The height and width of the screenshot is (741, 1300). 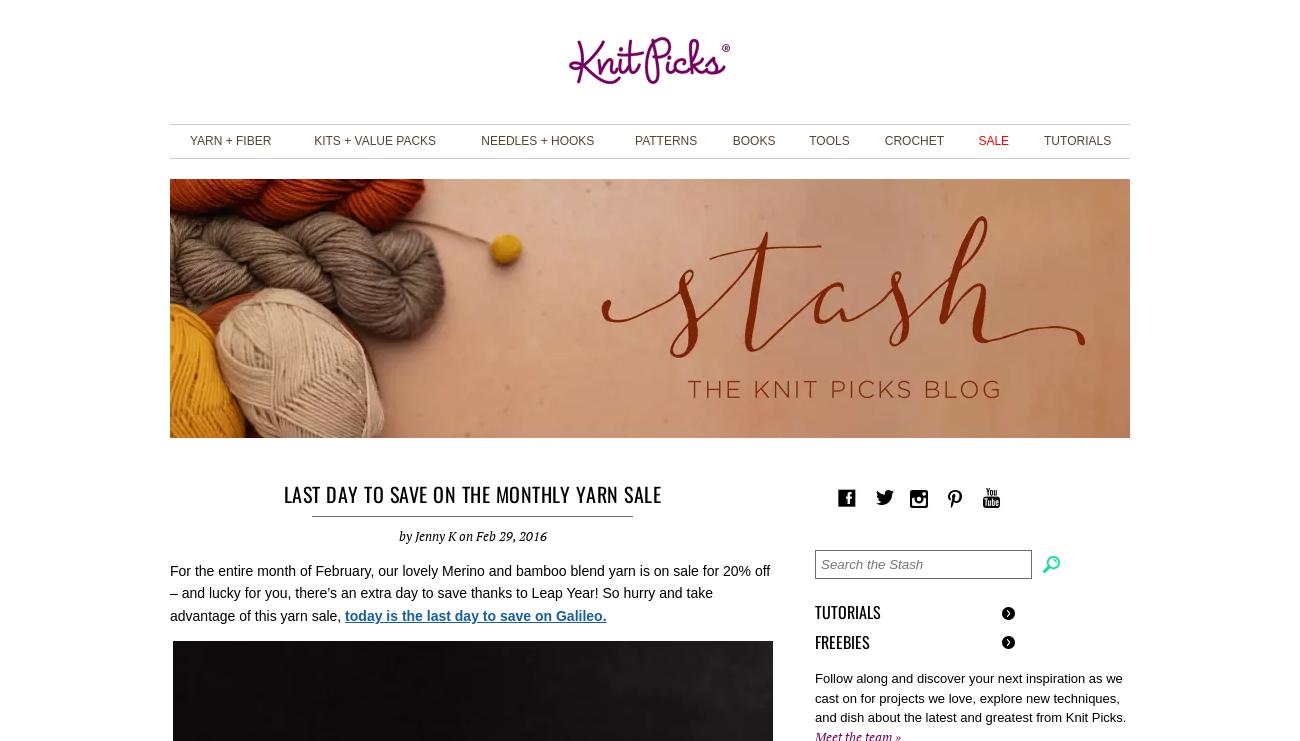 I want to click on 'Jenny K', so click(x=433, y=534).